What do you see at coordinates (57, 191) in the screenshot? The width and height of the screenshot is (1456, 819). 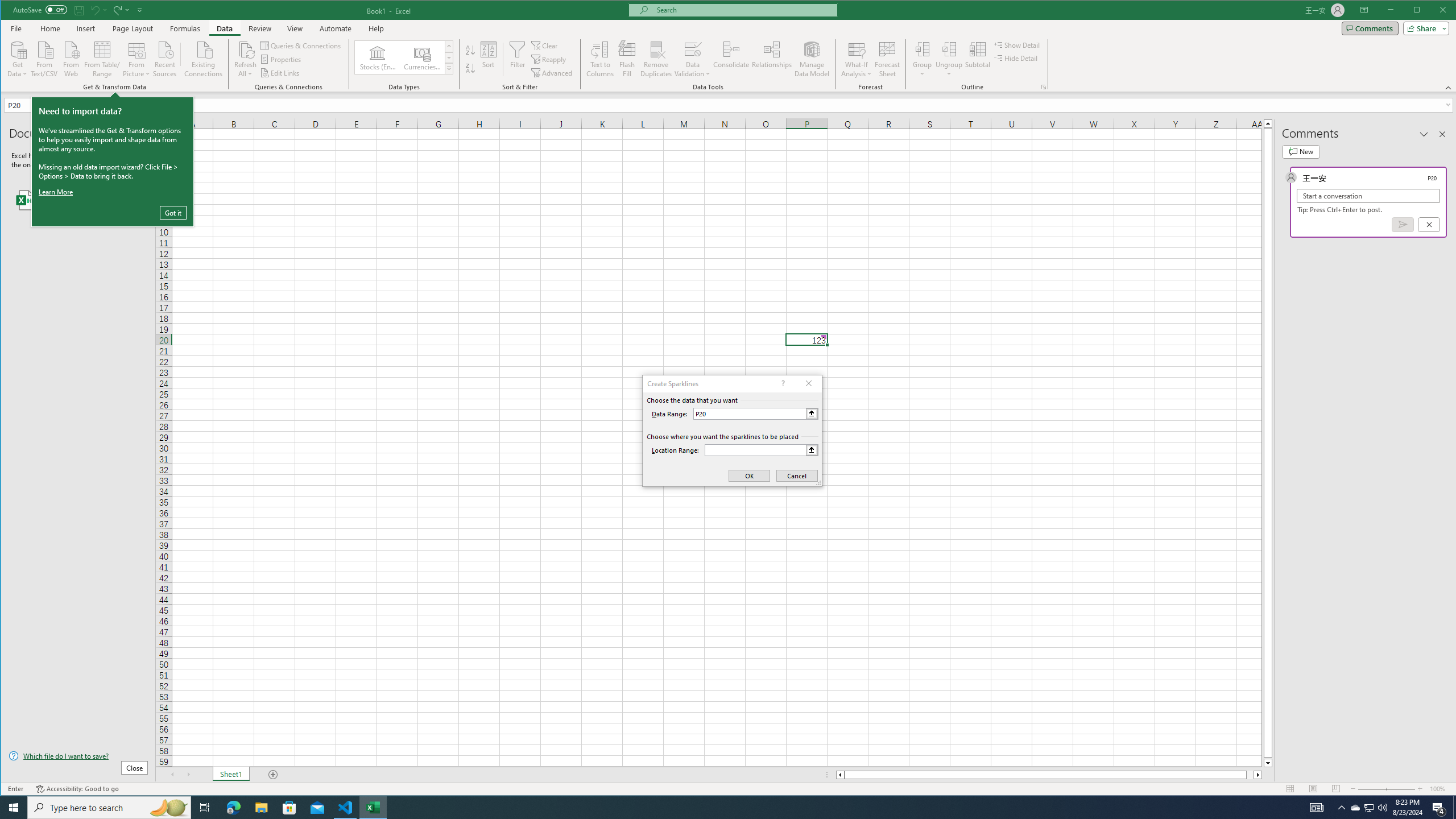 I see `'Learn More'` at bounding box center [57, 191].